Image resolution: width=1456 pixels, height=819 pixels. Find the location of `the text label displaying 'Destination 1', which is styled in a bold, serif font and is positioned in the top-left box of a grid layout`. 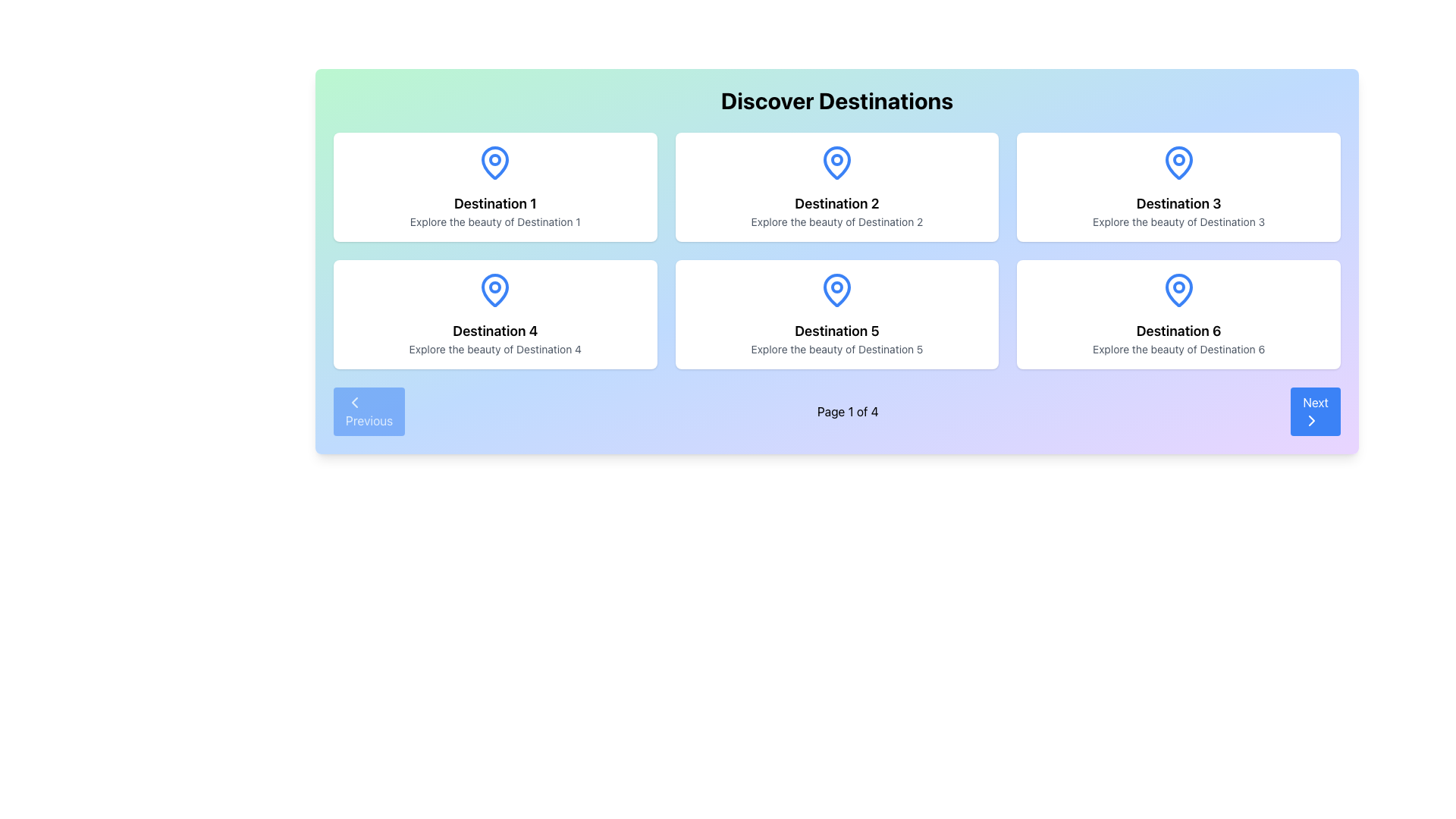

the text label displaying 'Destination 1', which is styled in a bold, serif font and is positioned in the top-left box of a grid layout is located at coordinates (495, 203).